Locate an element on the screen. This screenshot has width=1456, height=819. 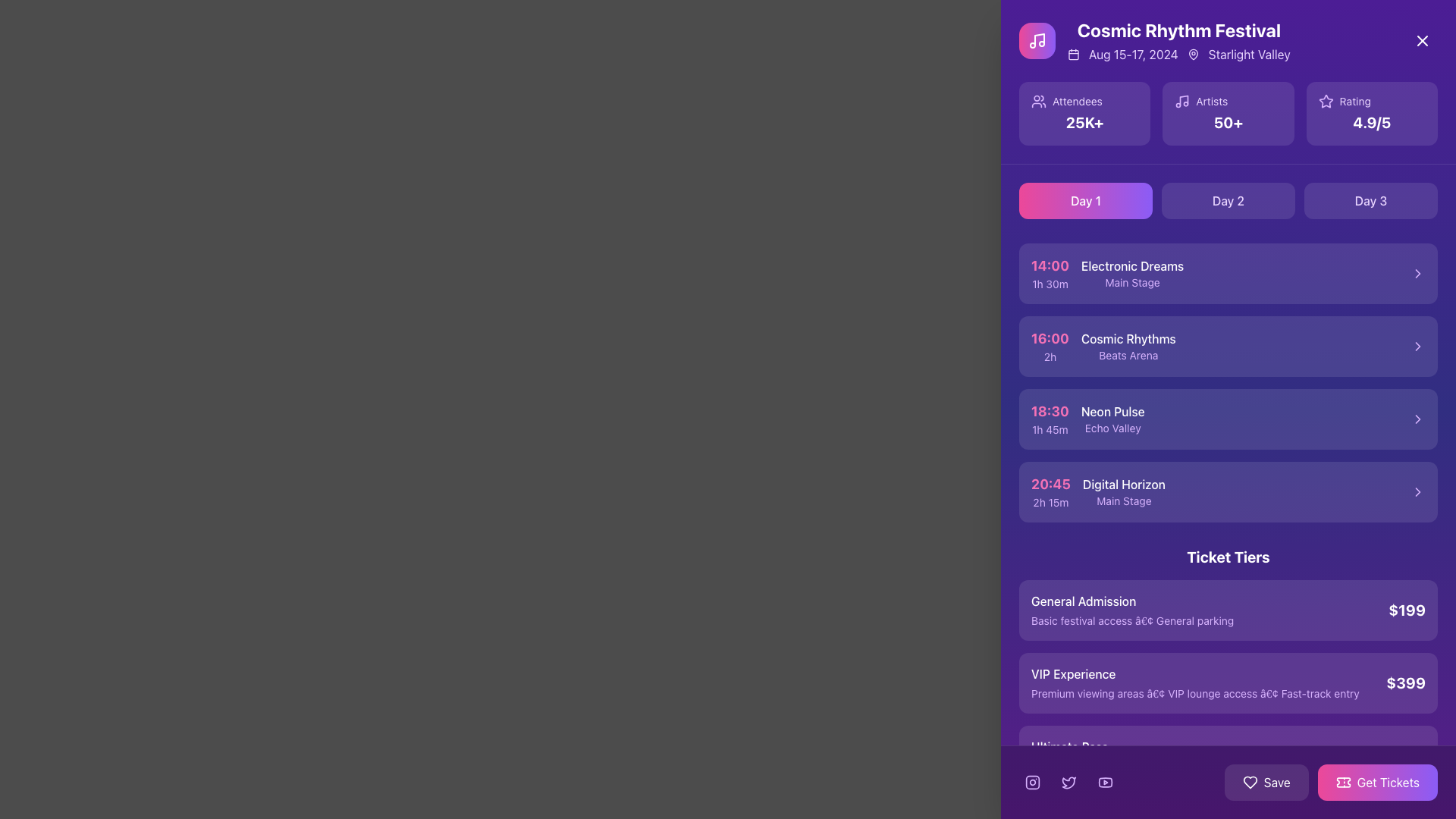
the circular button with a purple background and a white outline icon of a bird, which is the second button from the left in the row of three social media buttons at the bottom center of the interface is located at coordinates (1068, 783).